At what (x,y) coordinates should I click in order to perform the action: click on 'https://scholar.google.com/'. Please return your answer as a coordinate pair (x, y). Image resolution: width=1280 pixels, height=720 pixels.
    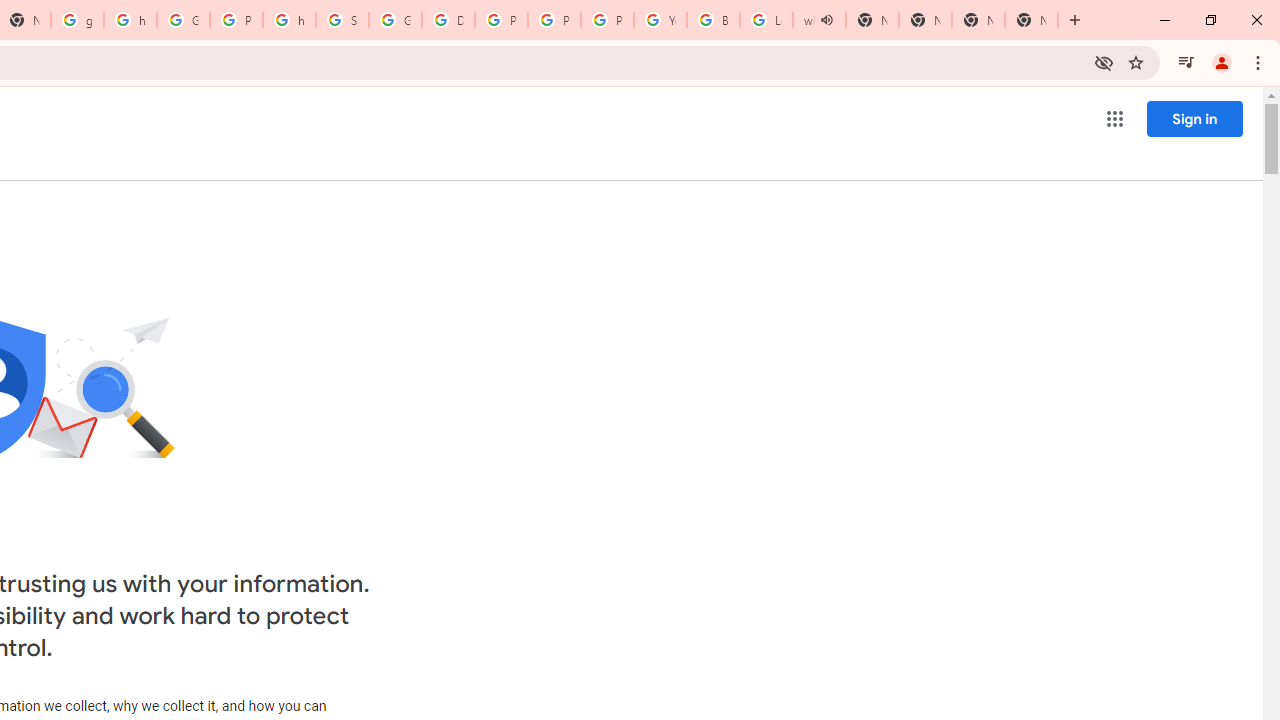
    Looking at the image, I should click on (129, 20).